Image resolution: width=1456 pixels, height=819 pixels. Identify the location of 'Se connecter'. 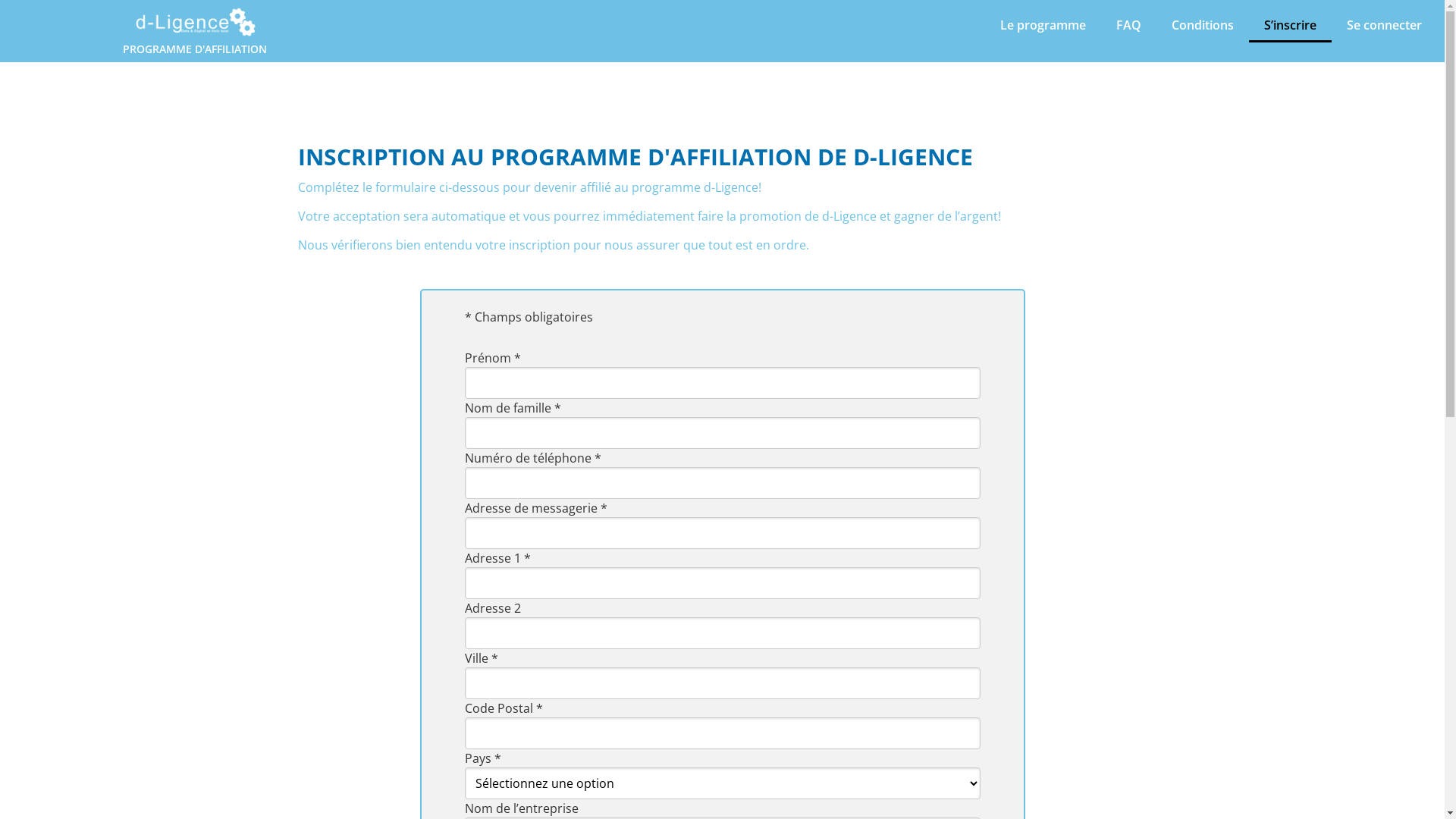
(1384, 25).